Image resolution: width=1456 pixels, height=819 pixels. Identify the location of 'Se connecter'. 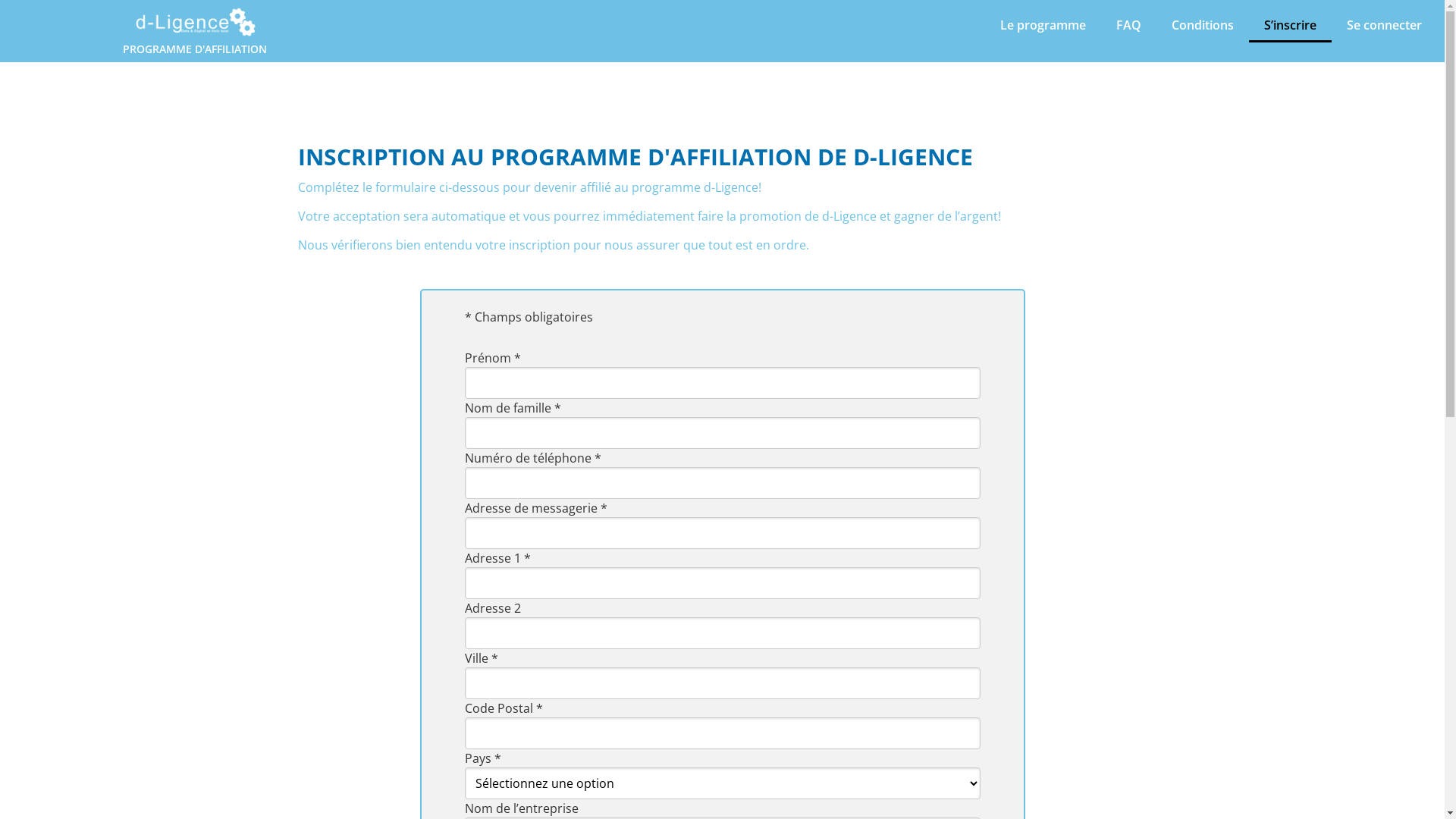
(1384, 25).